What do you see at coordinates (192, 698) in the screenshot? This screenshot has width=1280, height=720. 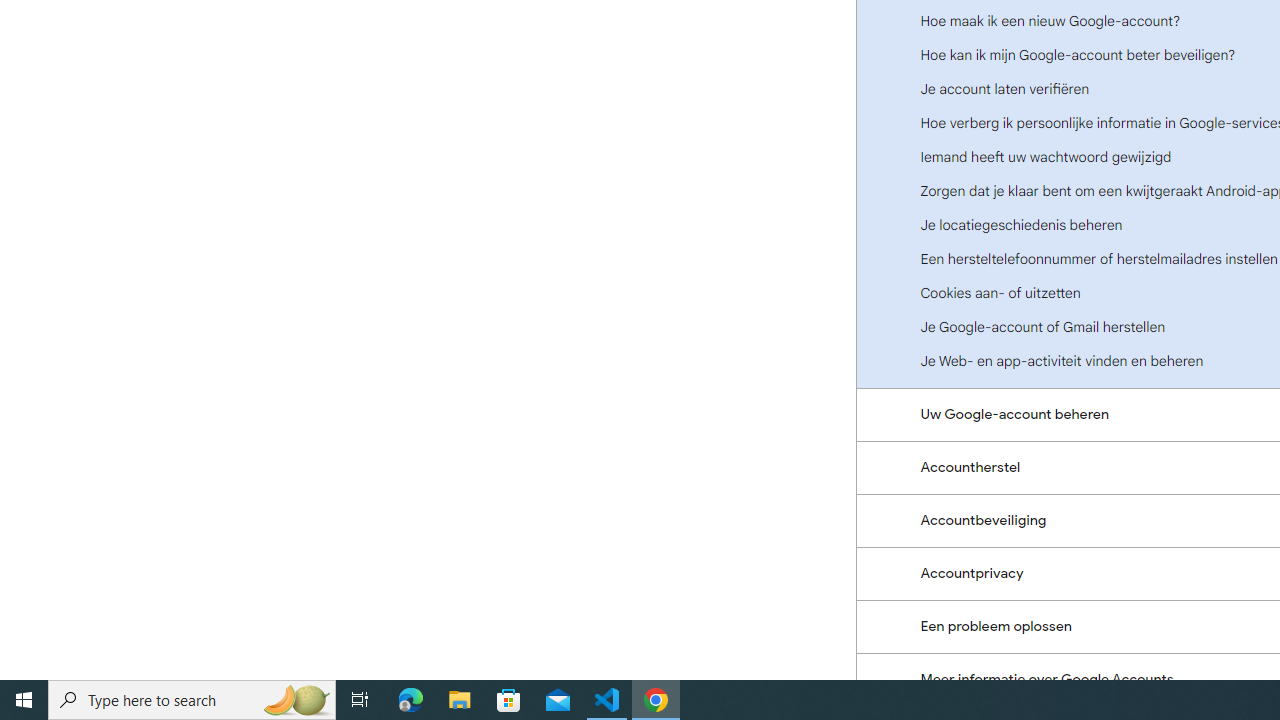 I see `'Type here to search'` at bounding box center [192, 698].